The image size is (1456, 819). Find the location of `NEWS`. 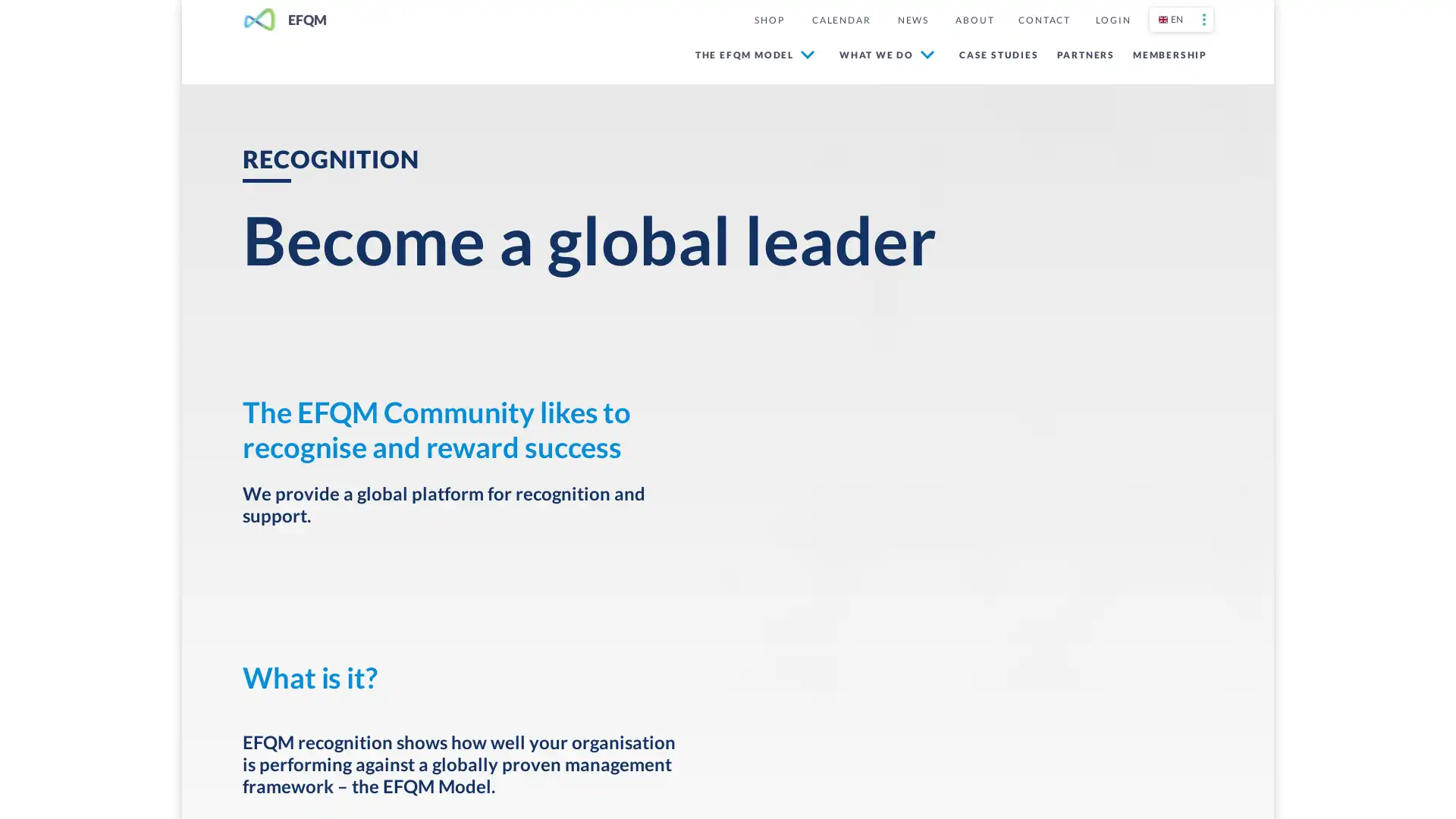

NEWS is located at coordinates (912, 20).